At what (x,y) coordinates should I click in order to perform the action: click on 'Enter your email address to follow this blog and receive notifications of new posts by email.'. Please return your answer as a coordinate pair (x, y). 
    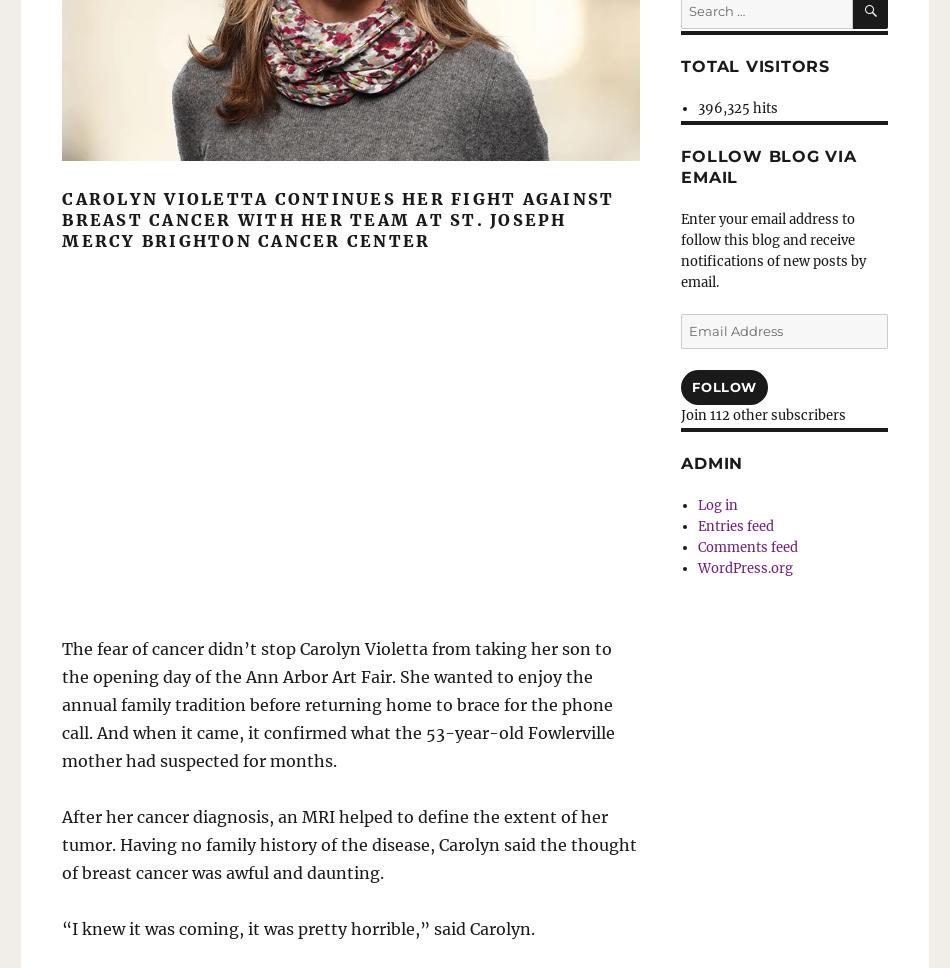
    Looking at the image, I should click on (772, 250).